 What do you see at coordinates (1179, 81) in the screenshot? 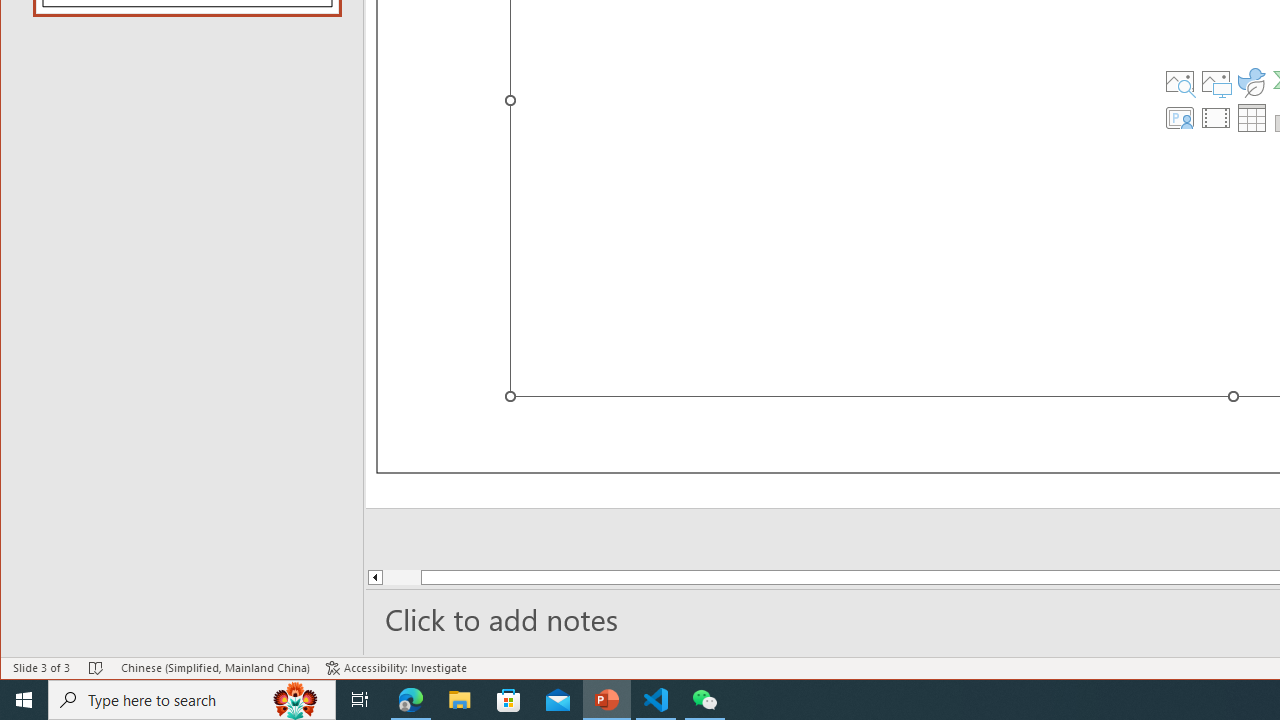
I see `'Stock Images'` at bounding box center [1179, 81].